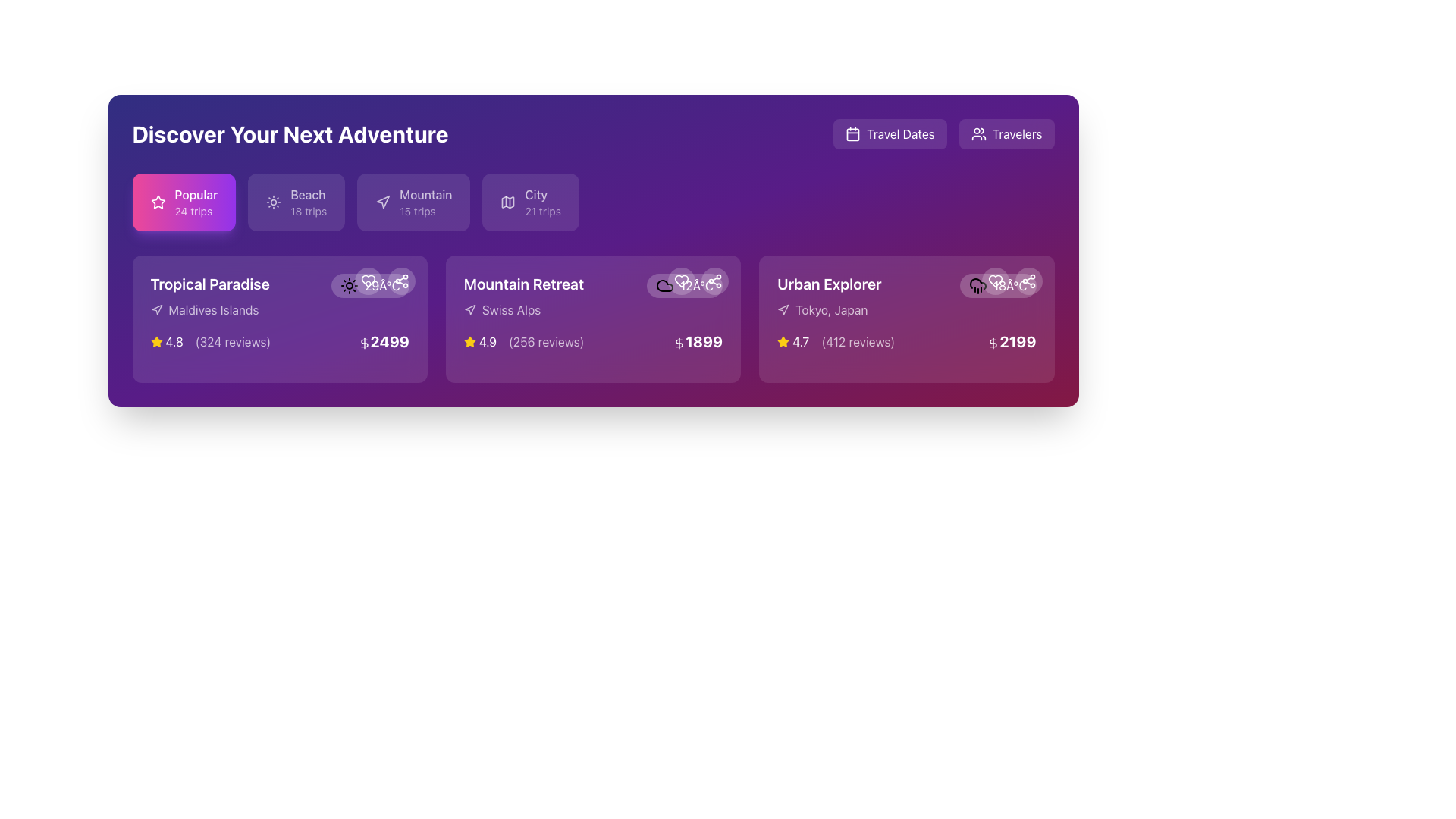 The width and height of the screenshot is (1456, 819). What do you see at coordinates (1028, 281) in the screenshot?
I see `the circular share button with a white border and semi-transparent background, located` at bounding box center [1028, 281].